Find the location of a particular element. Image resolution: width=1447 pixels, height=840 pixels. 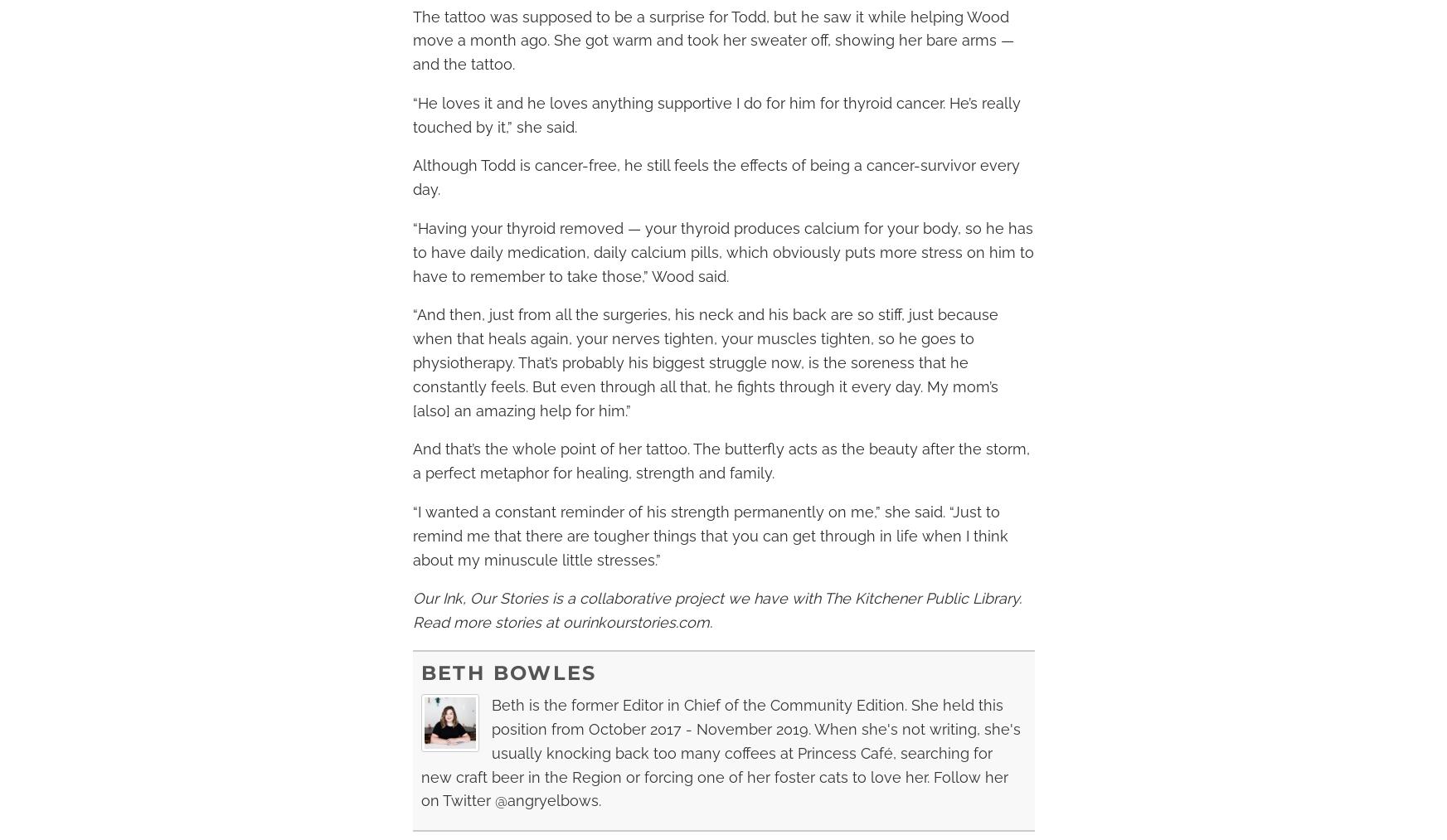

'“I wanted a constant reminder of his strength permanently on me,” she said. “Just to remind me that there are tougher things that you can get through in life when I think about my minuscule little stresses.”' is located at coordinates (708, 534).